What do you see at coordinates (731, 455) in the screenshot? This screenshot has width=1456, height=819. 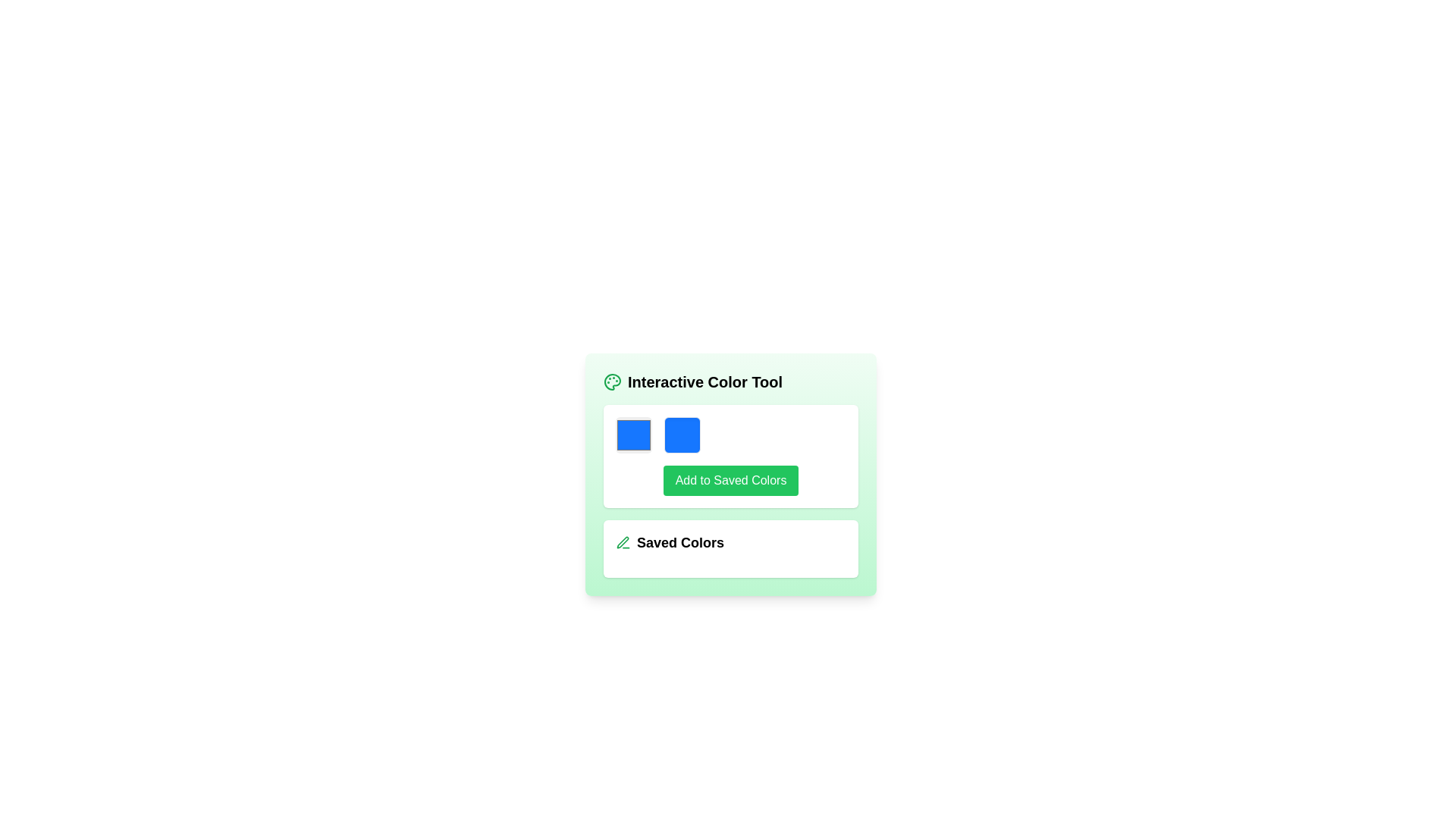 I see `the 'Add` at bounding box center [731, 455].